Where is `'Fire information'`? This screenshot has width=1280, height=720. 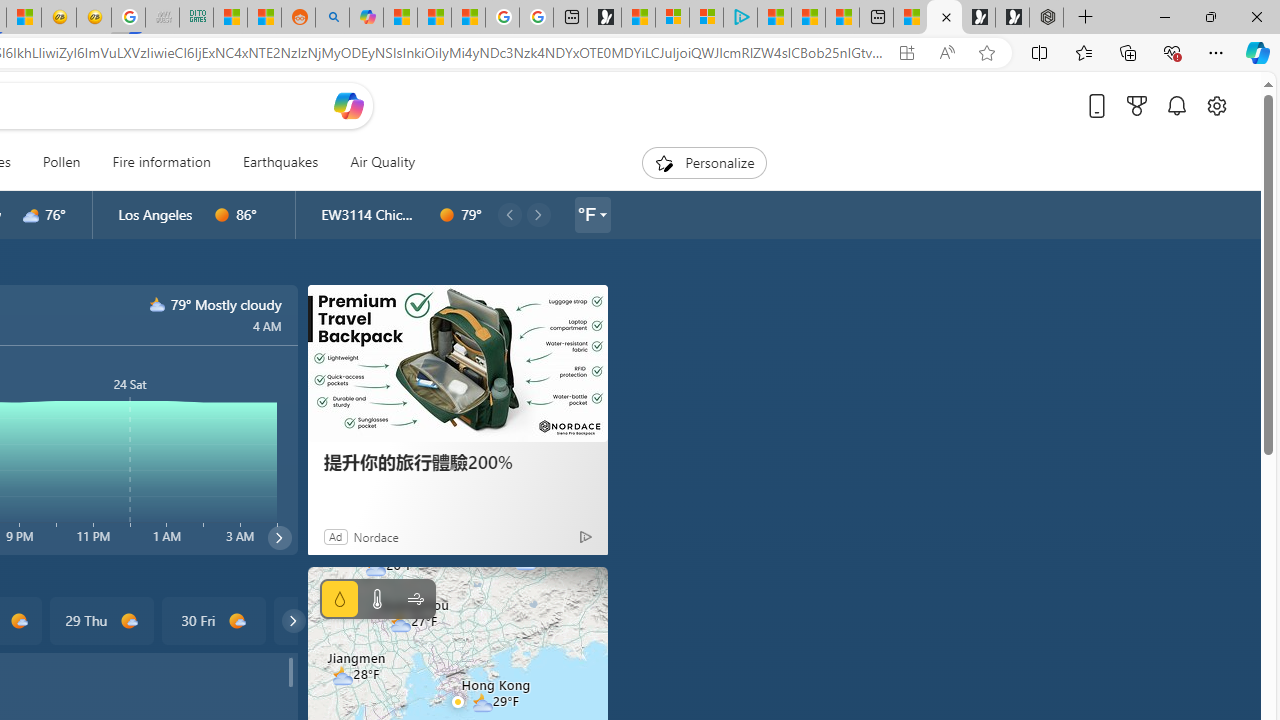
'Fire information' is located at coordinates (161, 162).